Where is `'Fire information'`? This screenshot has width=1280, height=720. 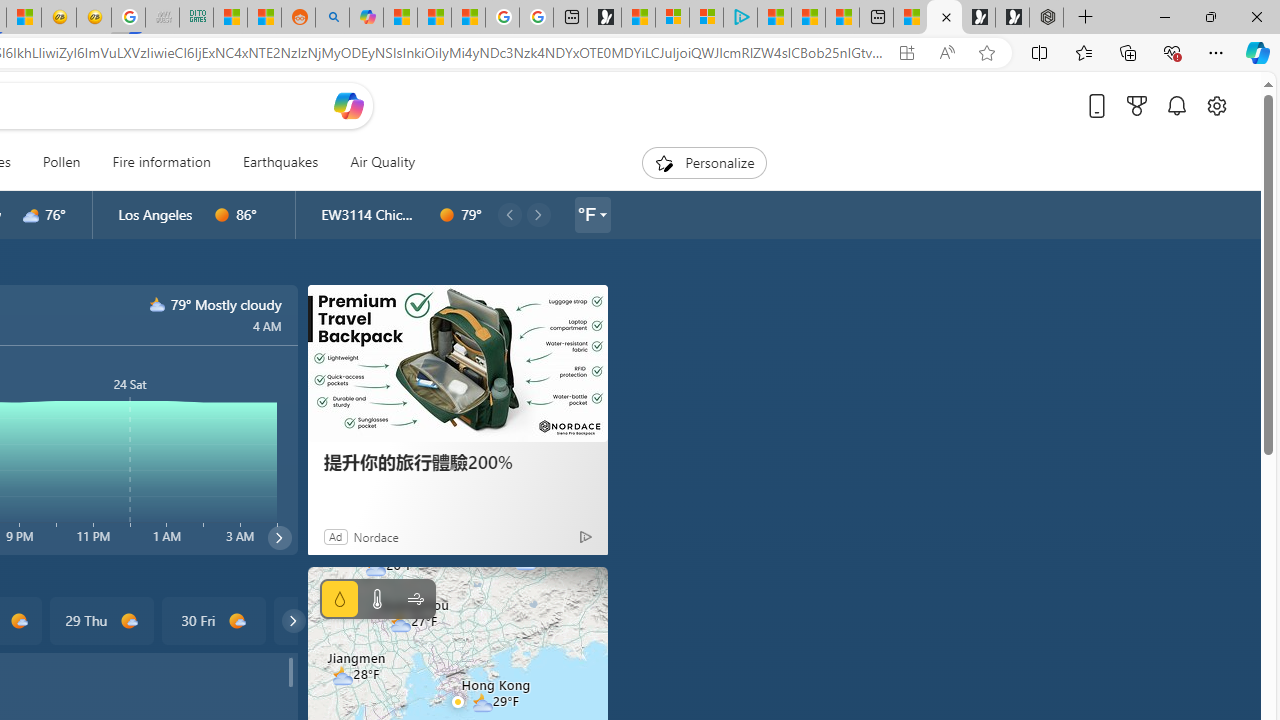
'Fire information' is located at coordinates (161, 162).